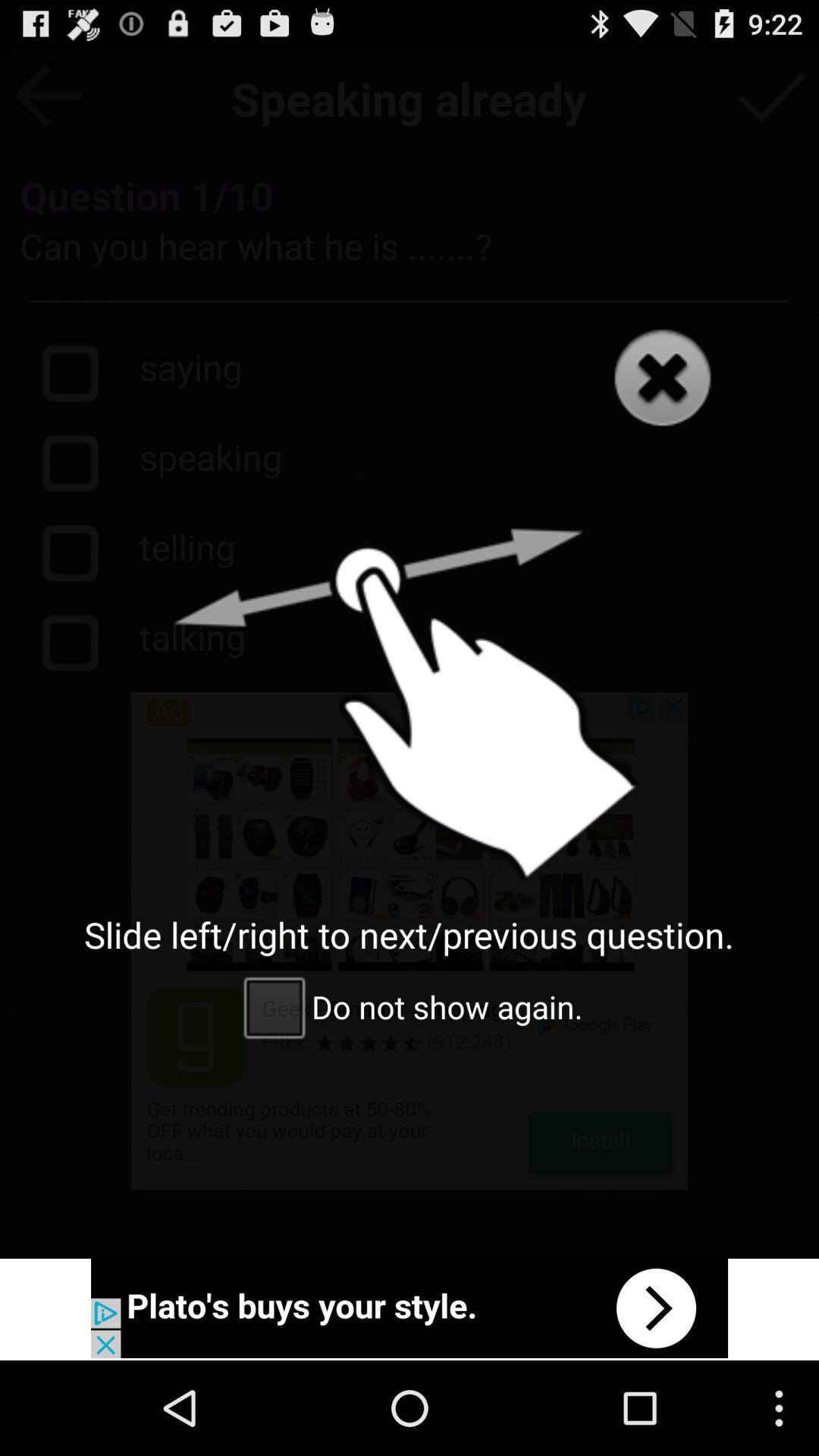  What do you see at coordinates (771, 101) in the screenshot?
I see `the check icon` at bounding box center [771, 101].